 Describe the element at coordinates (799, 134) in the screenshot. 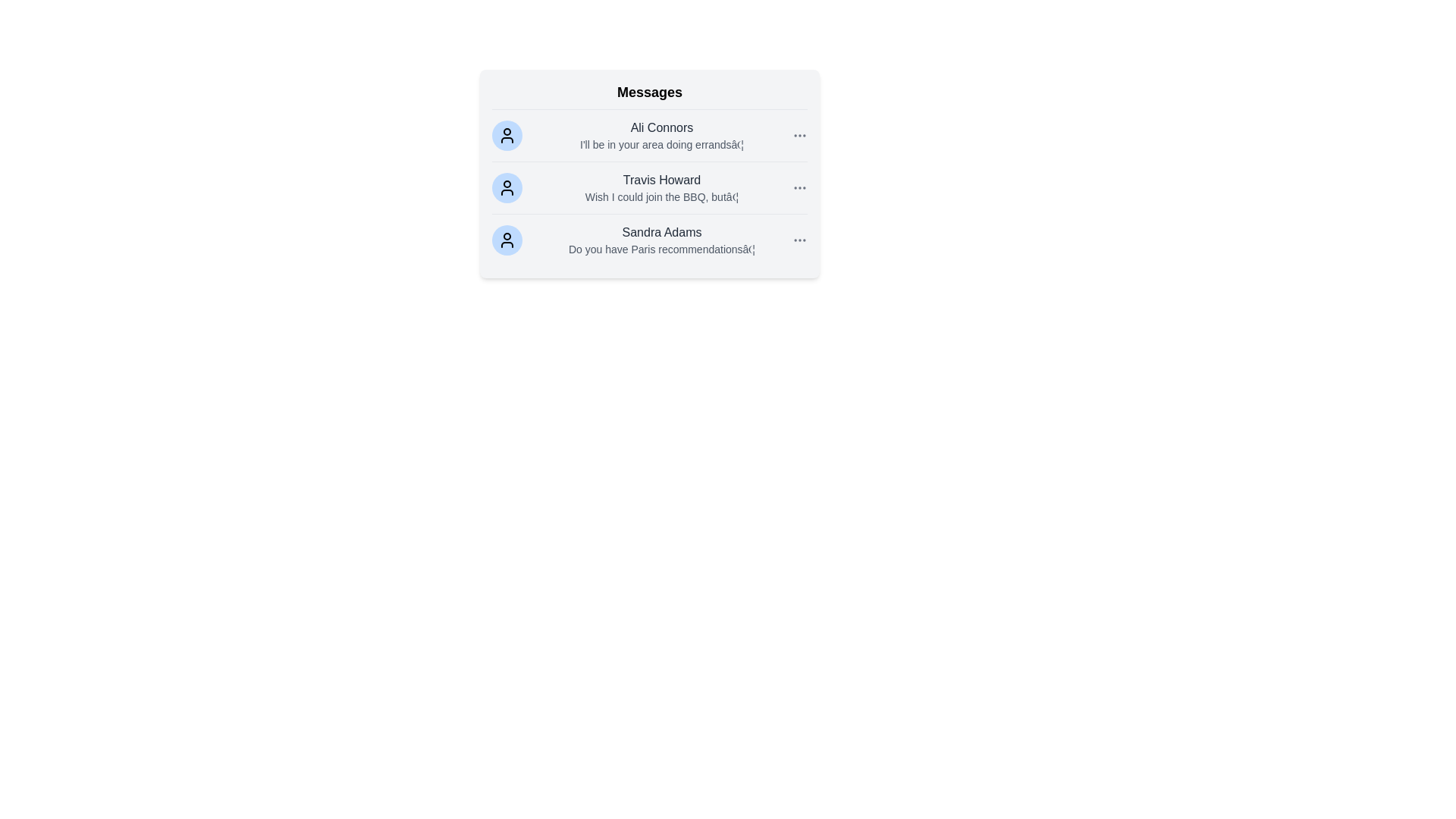

I see `the ellipsis icon, consisting of three horizontally-aligned gray dots, located to the right of the contact 'Ali Connors' and their message preview` at that location.